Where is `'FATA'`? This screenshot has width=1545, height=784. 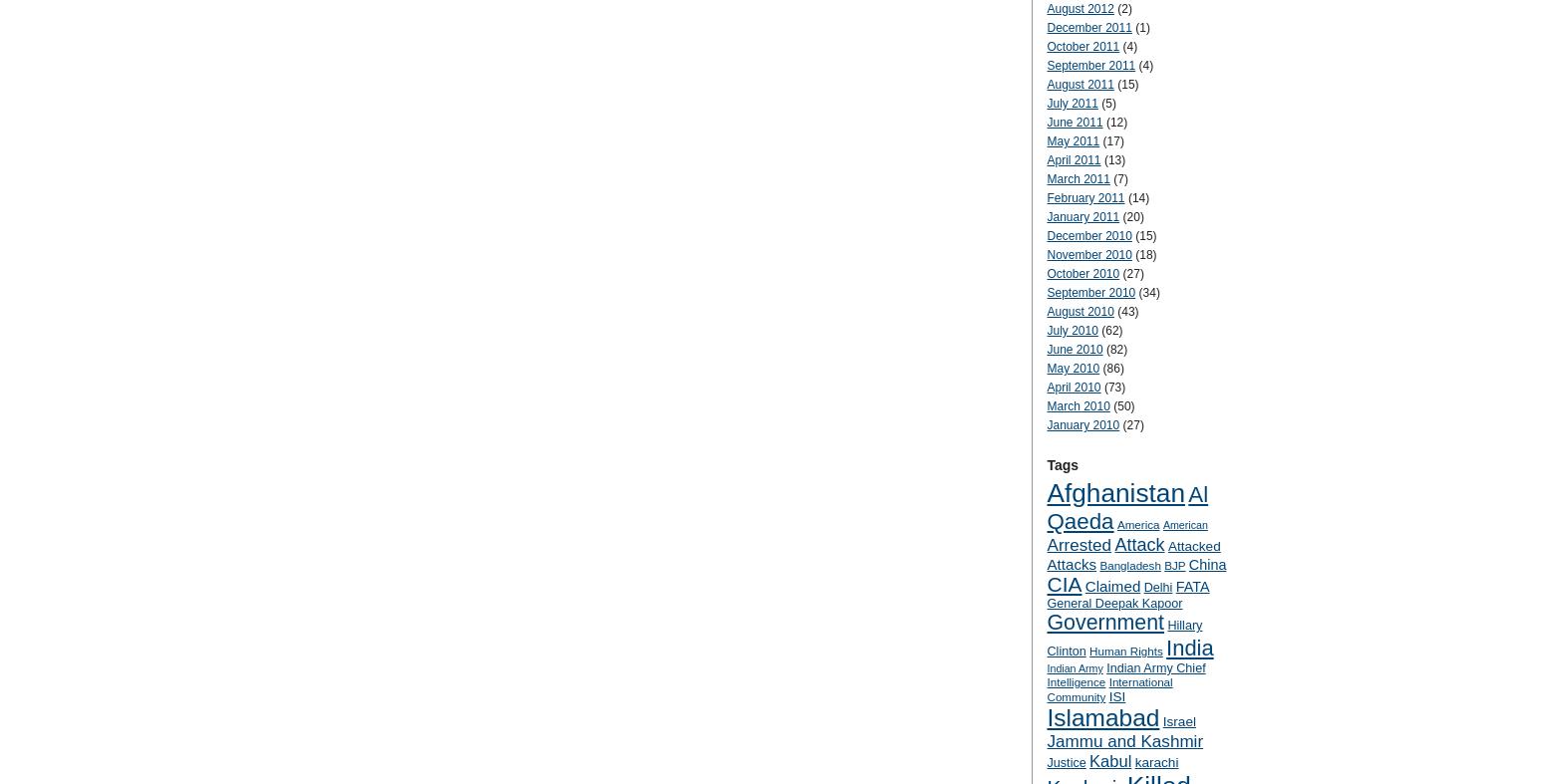
'FATA' is located at coordinates (1191, 585).